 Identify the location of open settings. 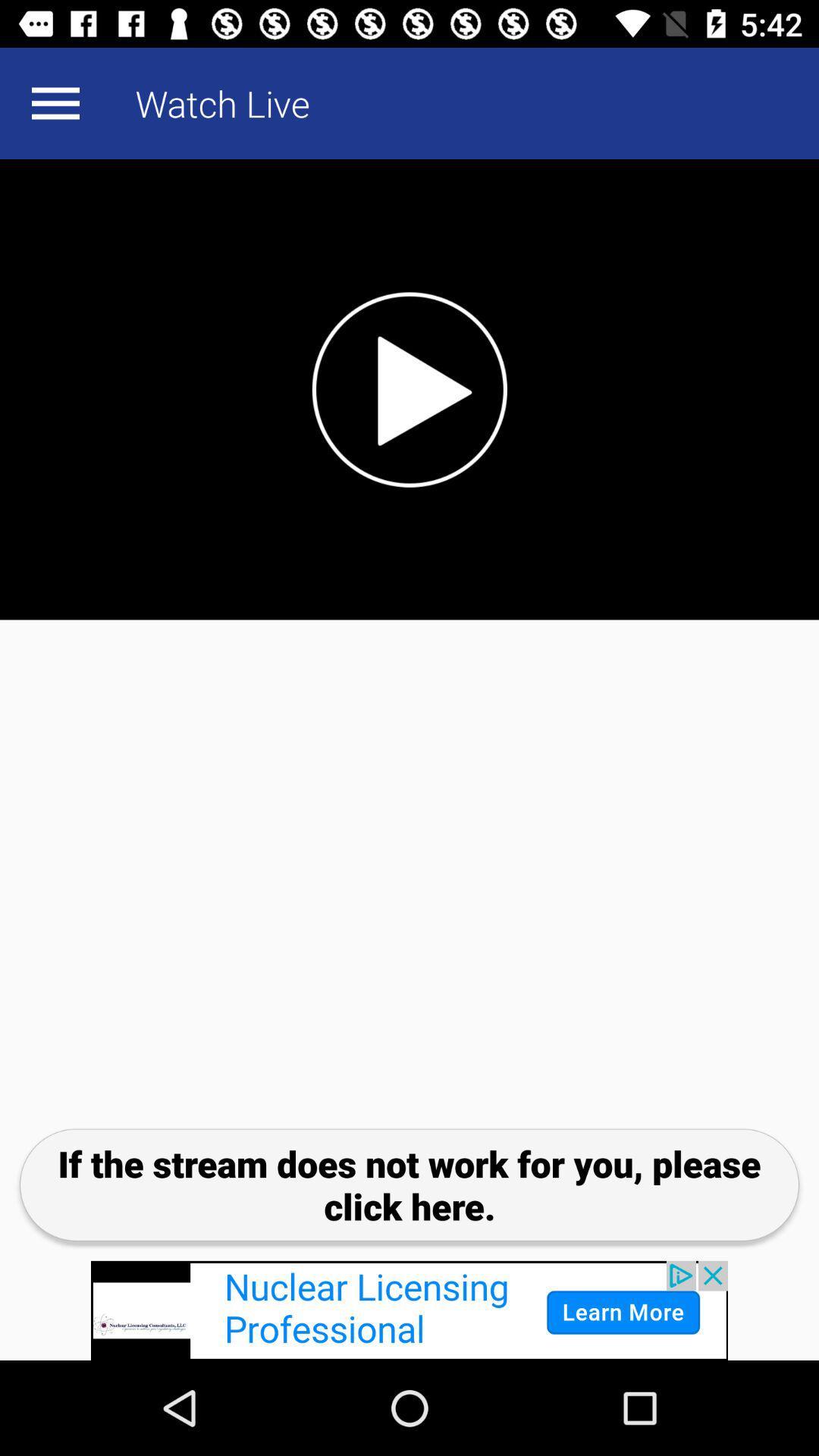
(55, 102).